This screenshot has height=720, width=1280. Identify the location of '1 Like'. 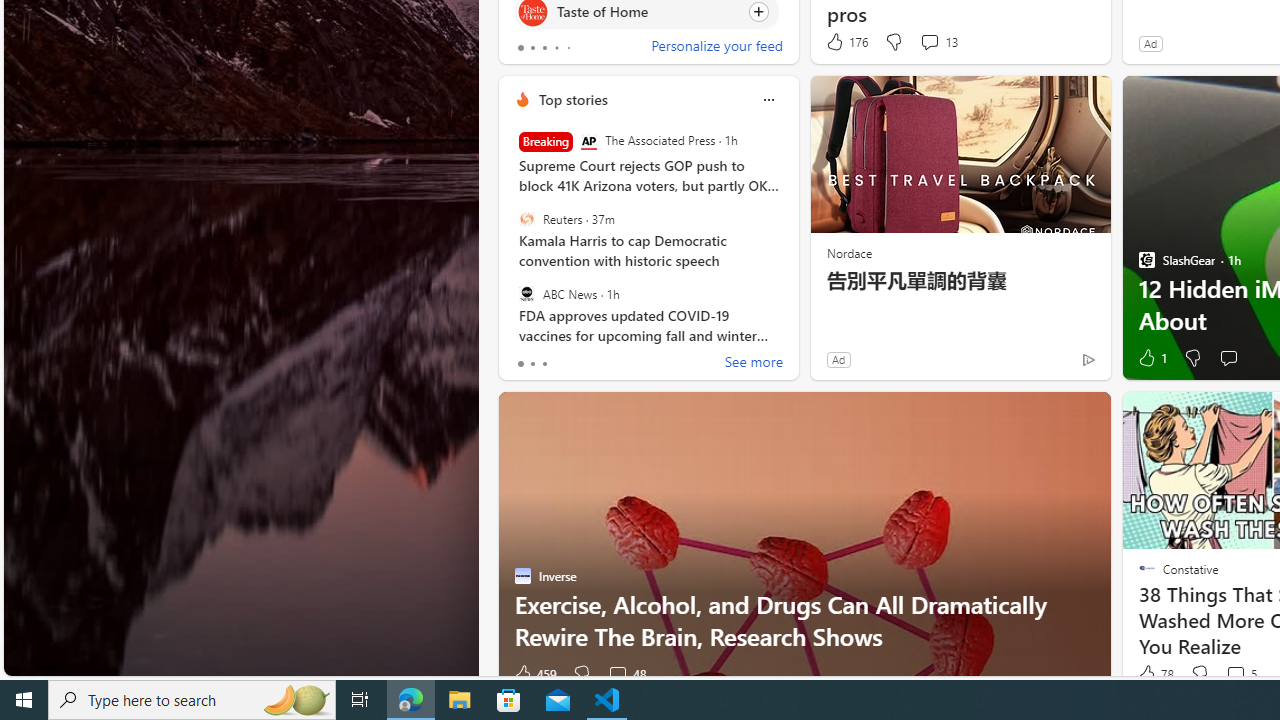
(1151, 357).